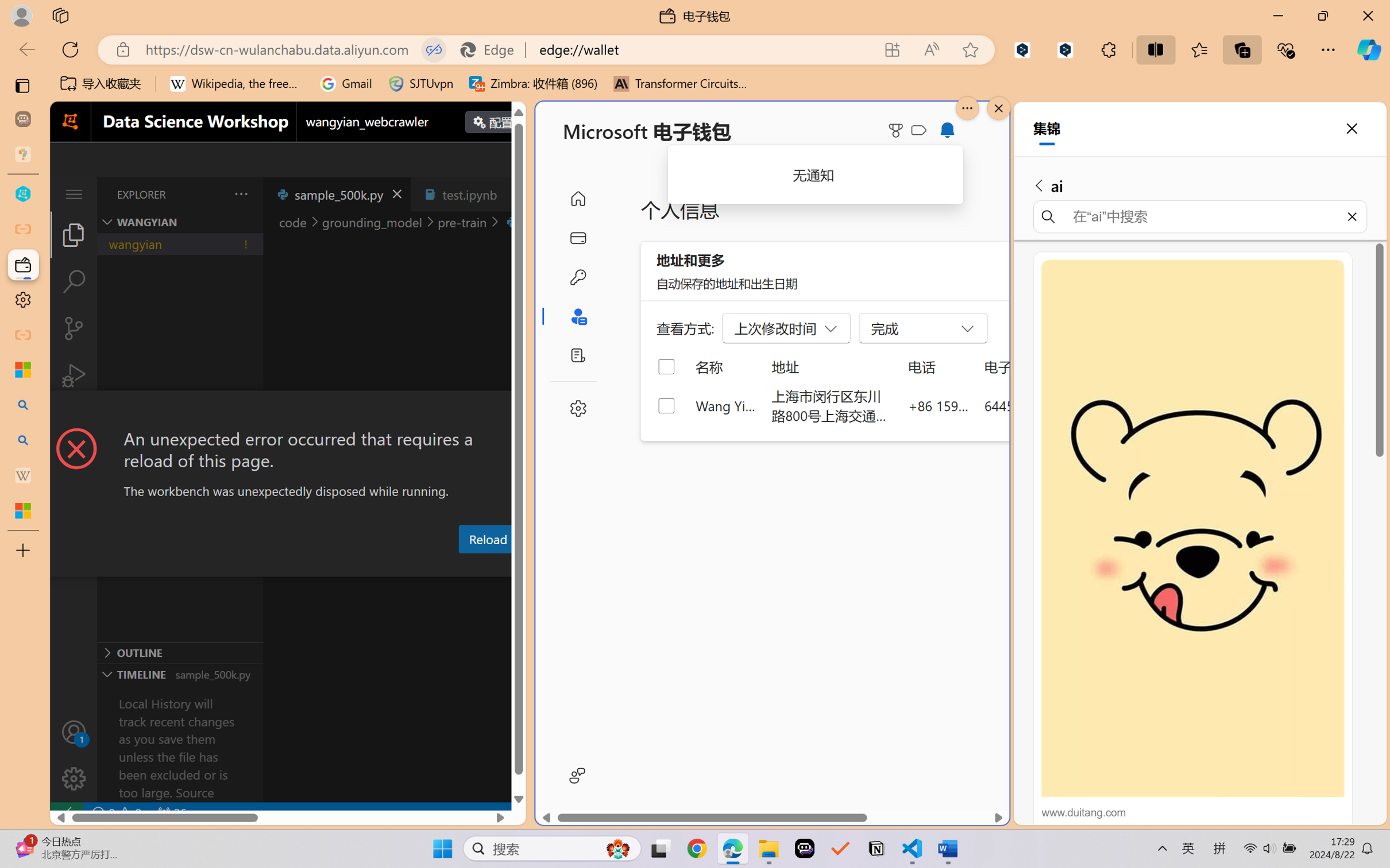  Describe the element at coordinates (554, 566) in the screenshot. I see `'Terminal (Ctrl+`)'` at that location.